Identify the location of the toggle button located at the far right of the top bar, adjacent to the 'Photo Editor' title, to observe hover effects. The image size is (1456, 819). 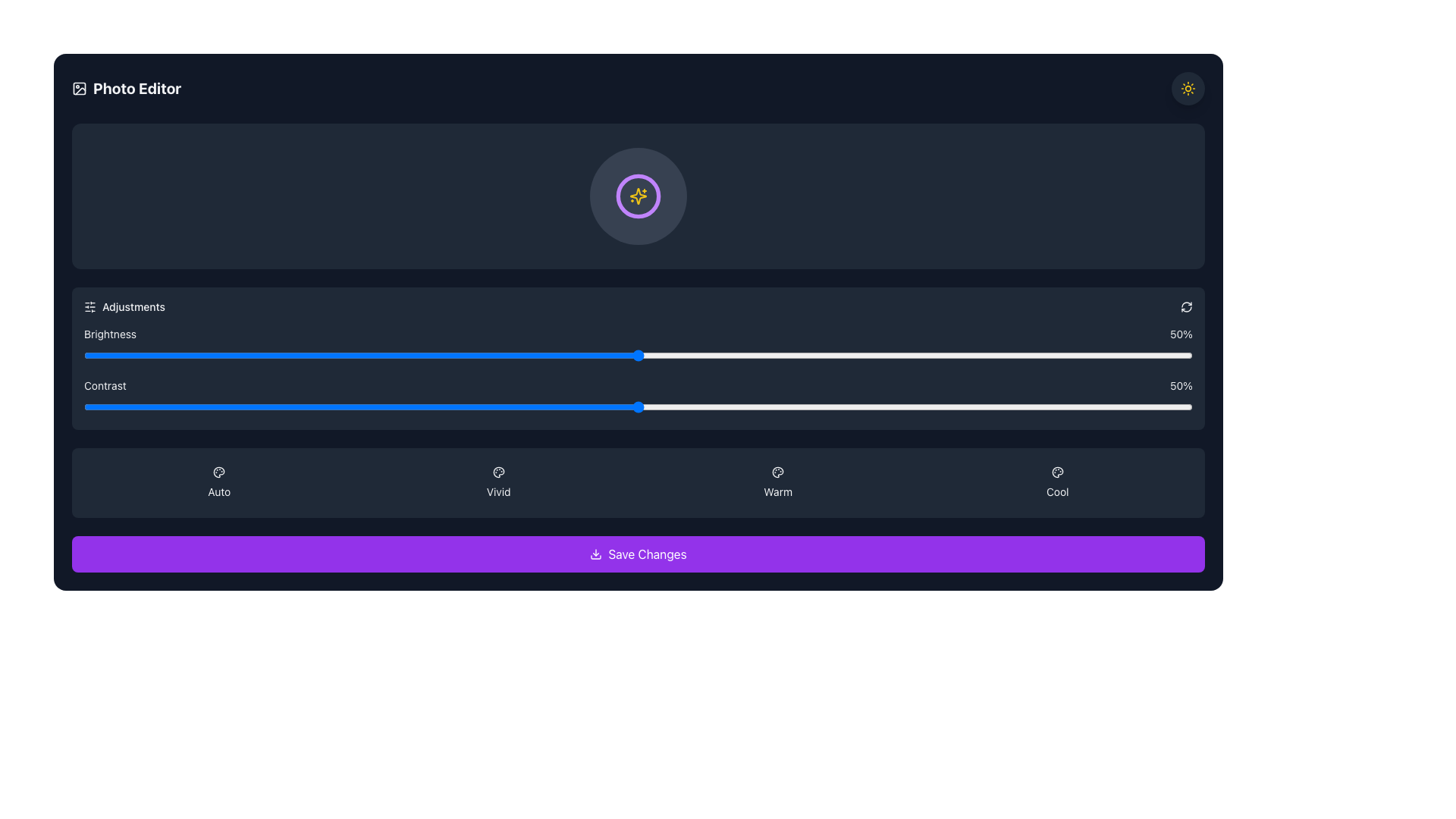
(1187, 88).